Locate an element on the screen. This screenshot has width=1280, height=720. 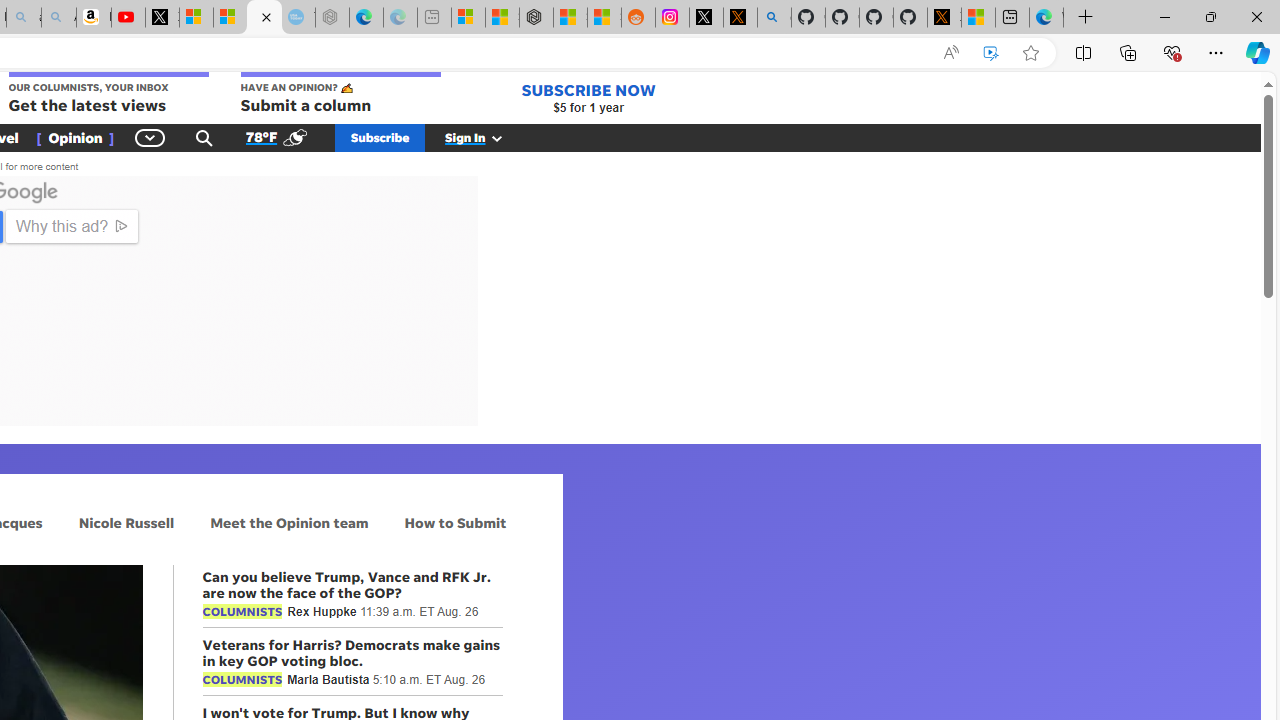
'OUR COLUMNISTS, YOUR INBOX Get the latest views' is located at coordinates (107, 94).